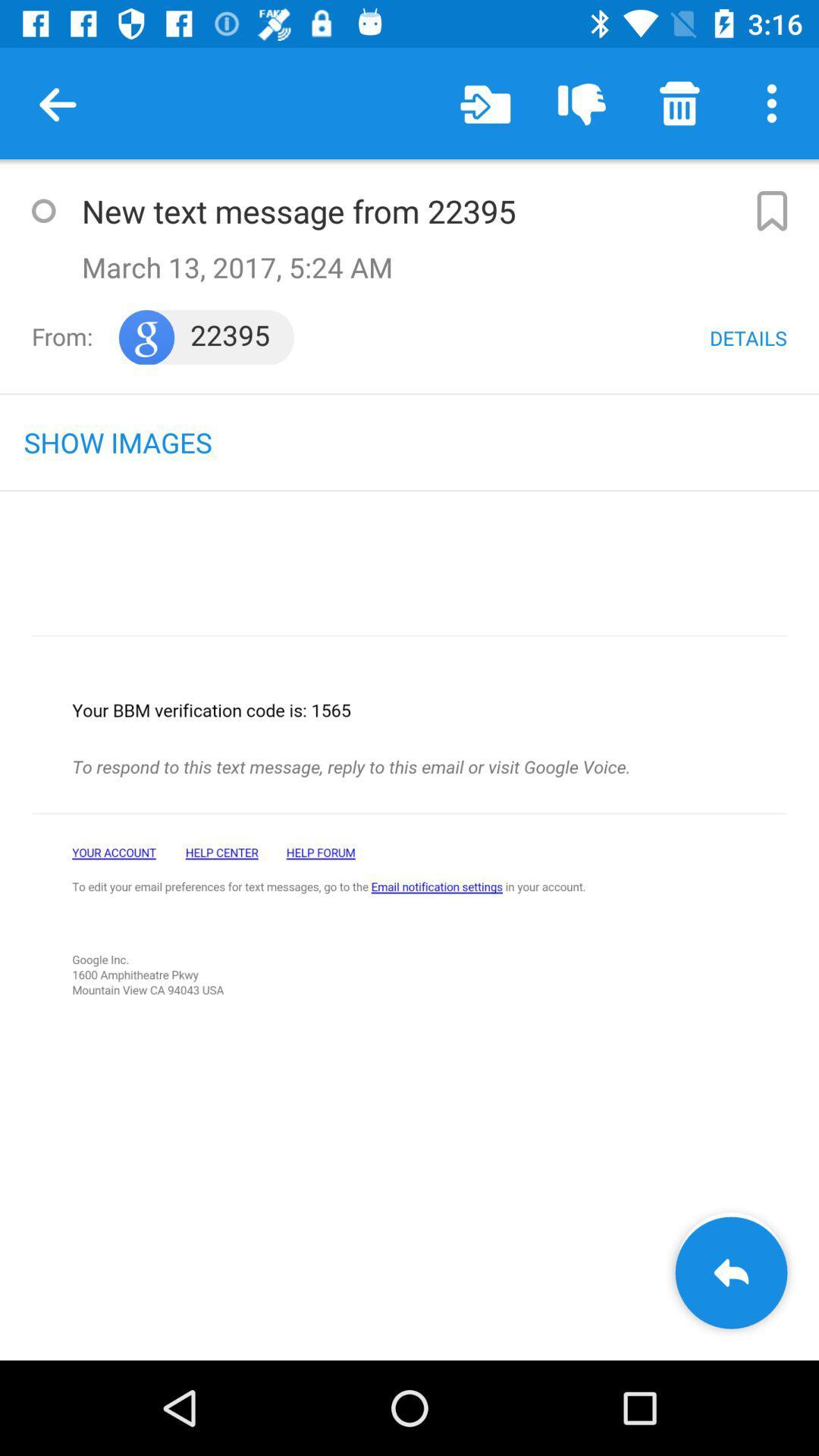  What do you see at coordinates (409, 939) in the screenshot?
I see `main content of the page` at bounding box center [409, 939].